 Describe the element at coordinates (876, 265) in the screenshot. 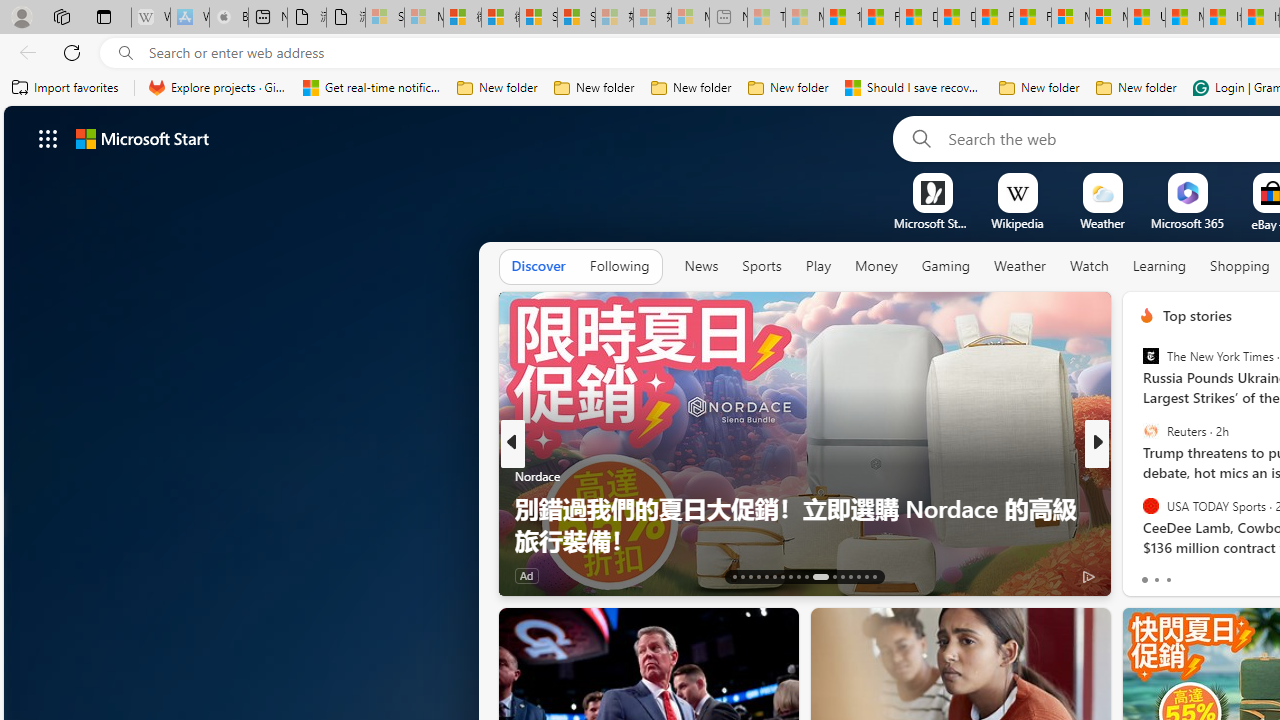

I see `'Money'` at that location.